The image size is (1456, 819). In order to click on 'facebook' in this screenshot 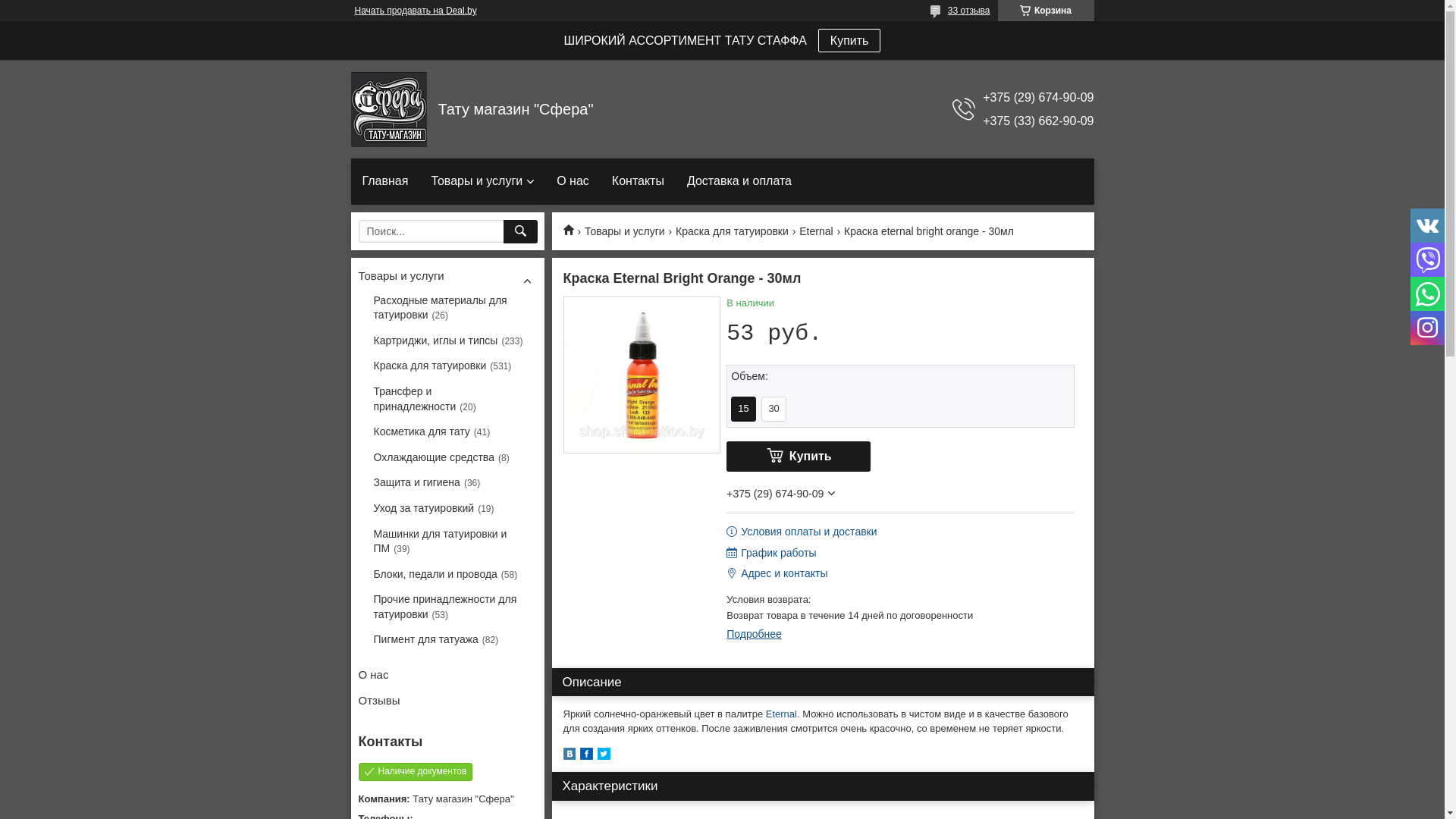, I will do `click(585, 756)`.